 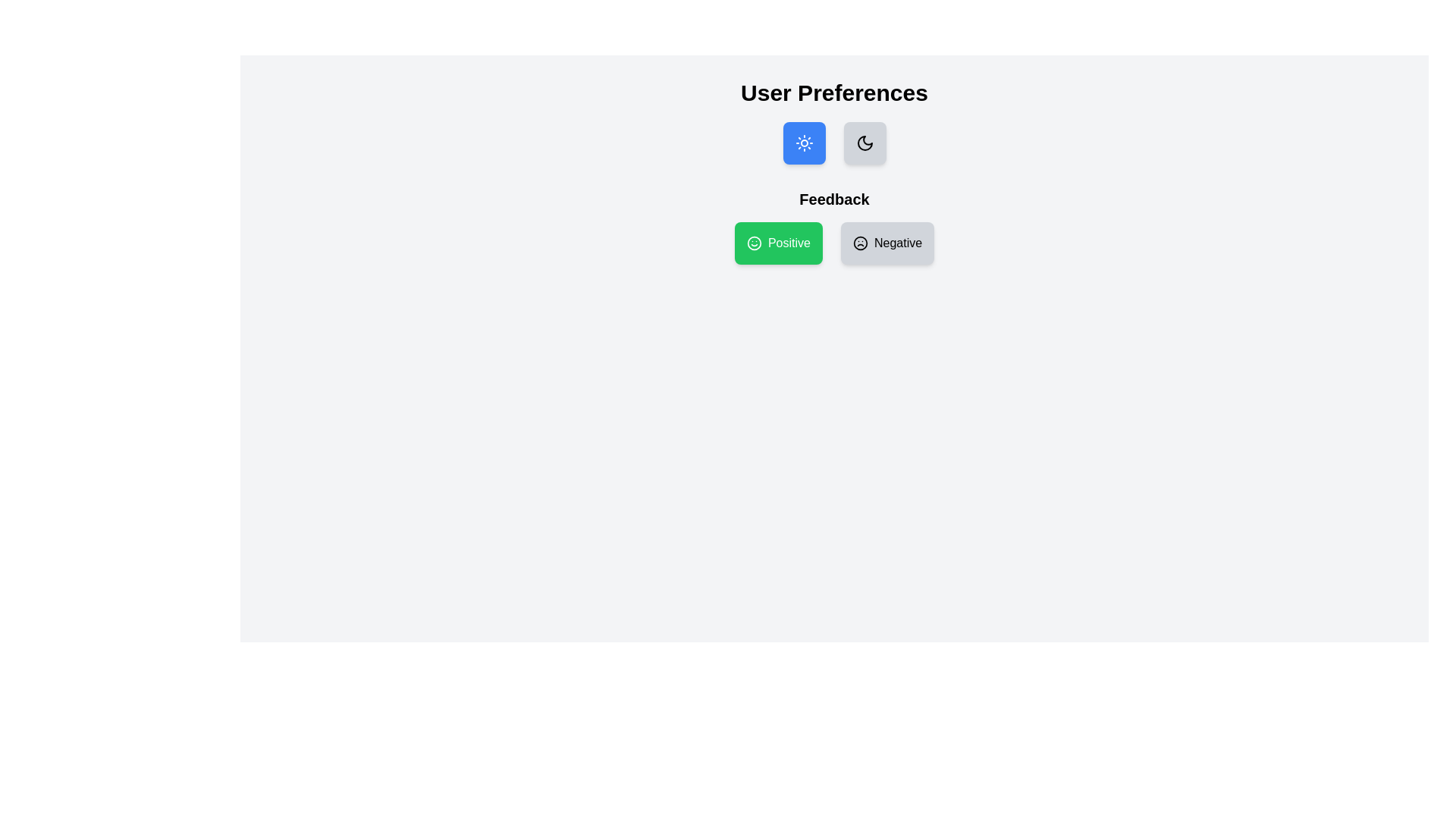 What do you see at coordinates (864, 143) in the screenshot?
I see `the dark mode toggle button, which is the second icon in the top row under the 'User Preferences' section, located to the right of the sun icon` at bounding box center [864, 143].